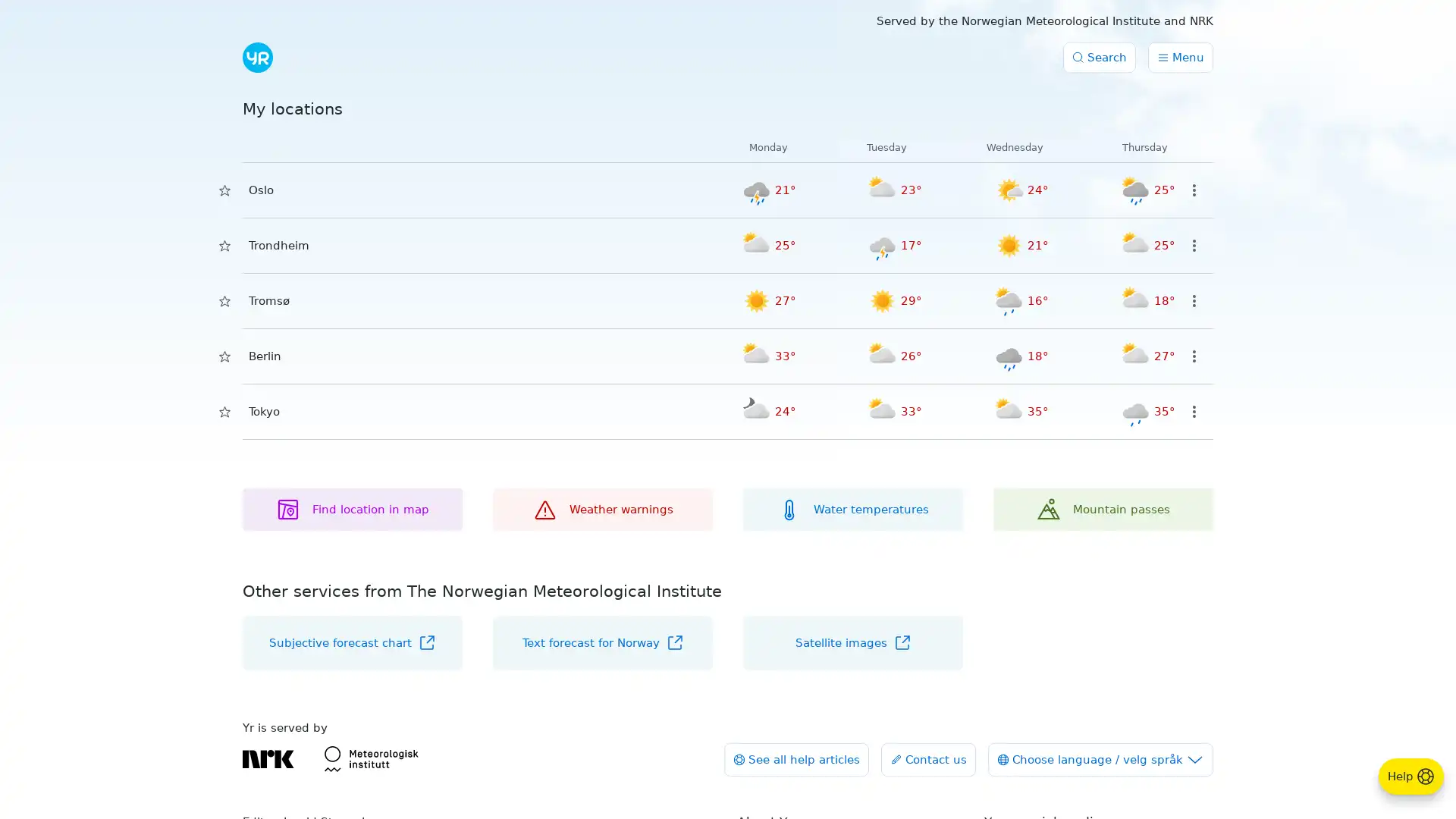 The image size is (1456, 819). Describe the element at coordinates (1410, 776) in the screenshot. I see `Help` at that location.